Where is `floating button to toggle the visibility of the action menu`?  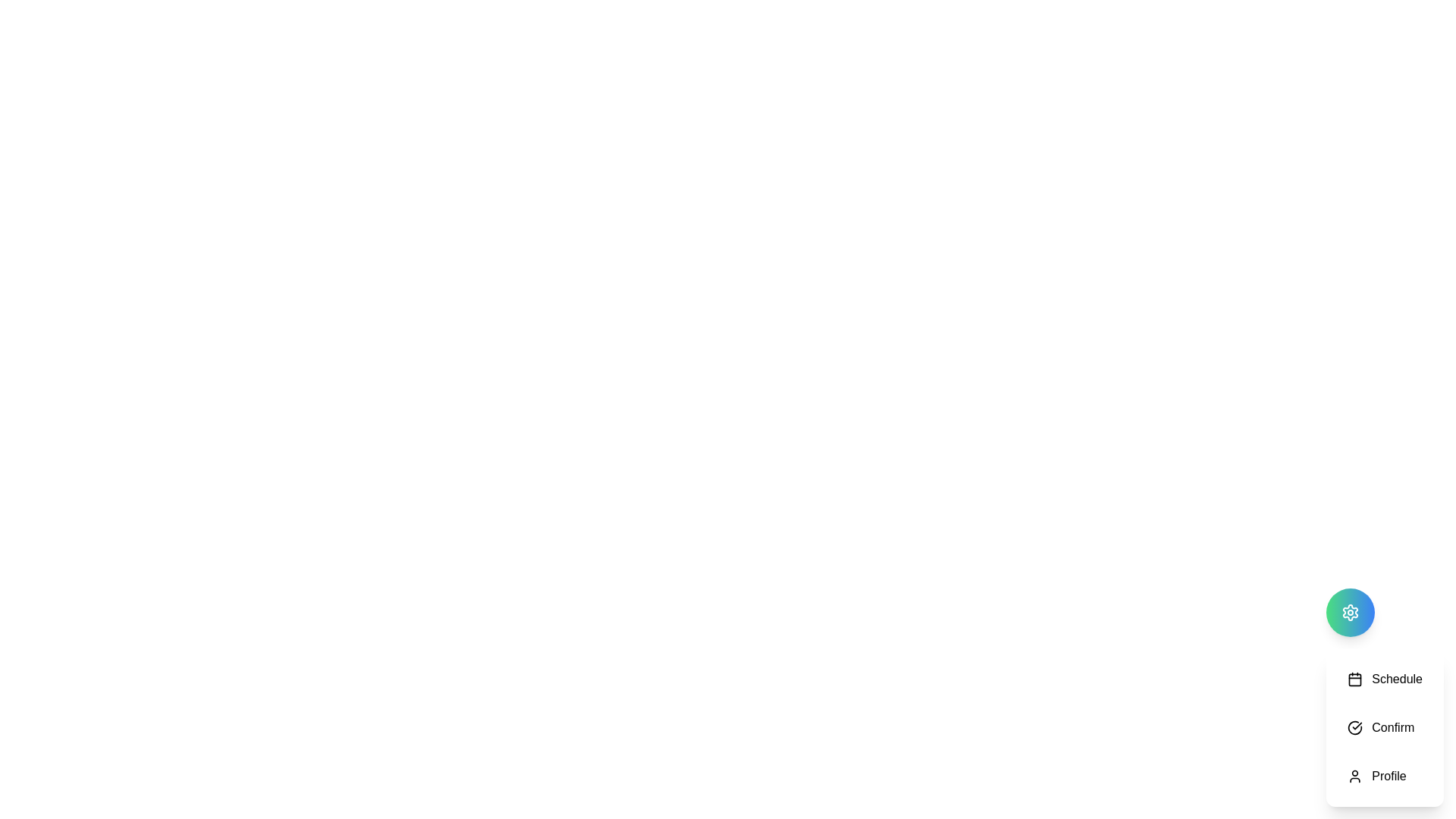 floating button to toggle the visibility of the action menu is located at coordinates (1351, 611).